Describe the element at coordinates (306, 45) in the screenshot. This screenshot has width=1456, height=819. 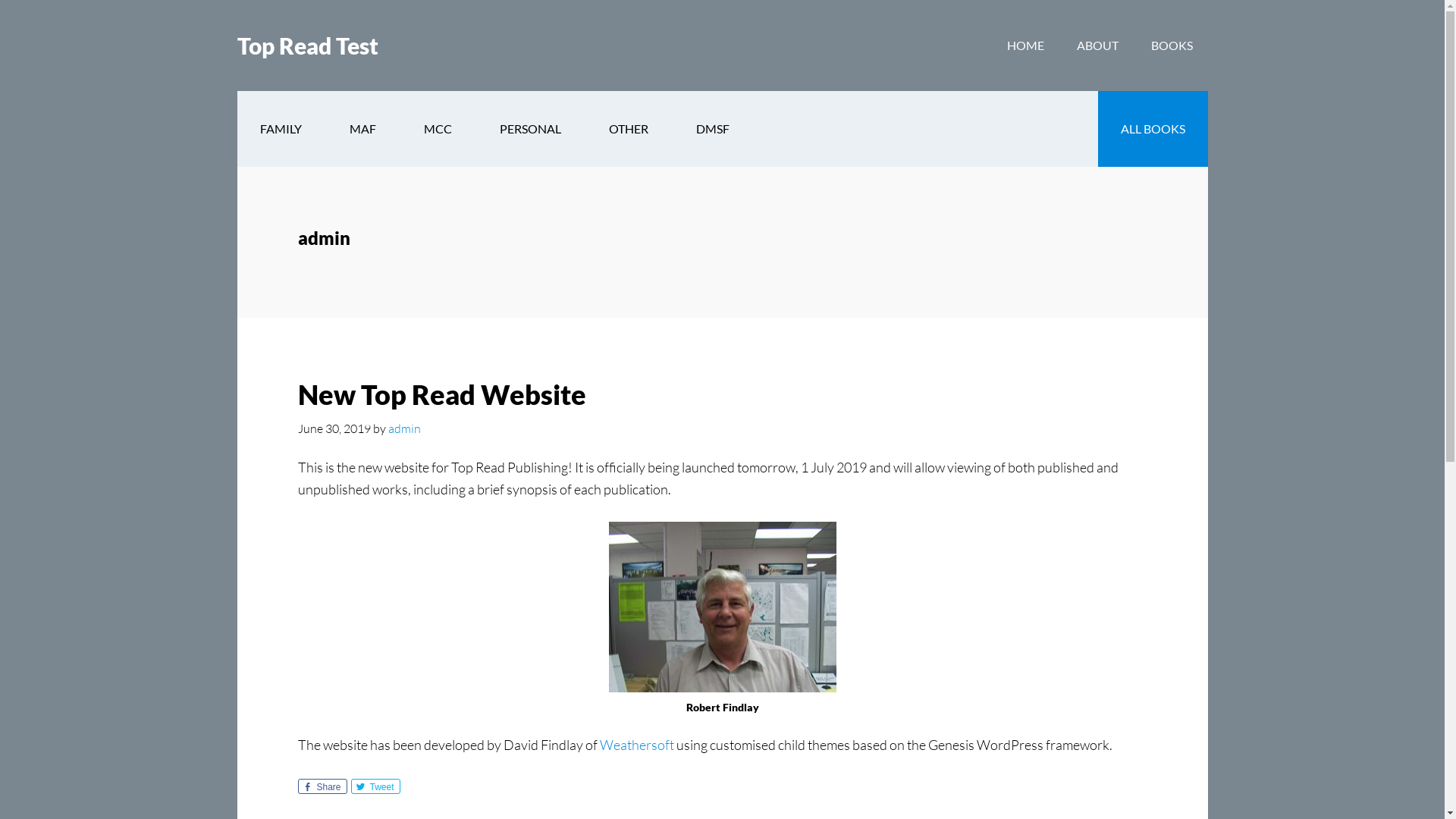
I see `'Top Read Test'` at that location.